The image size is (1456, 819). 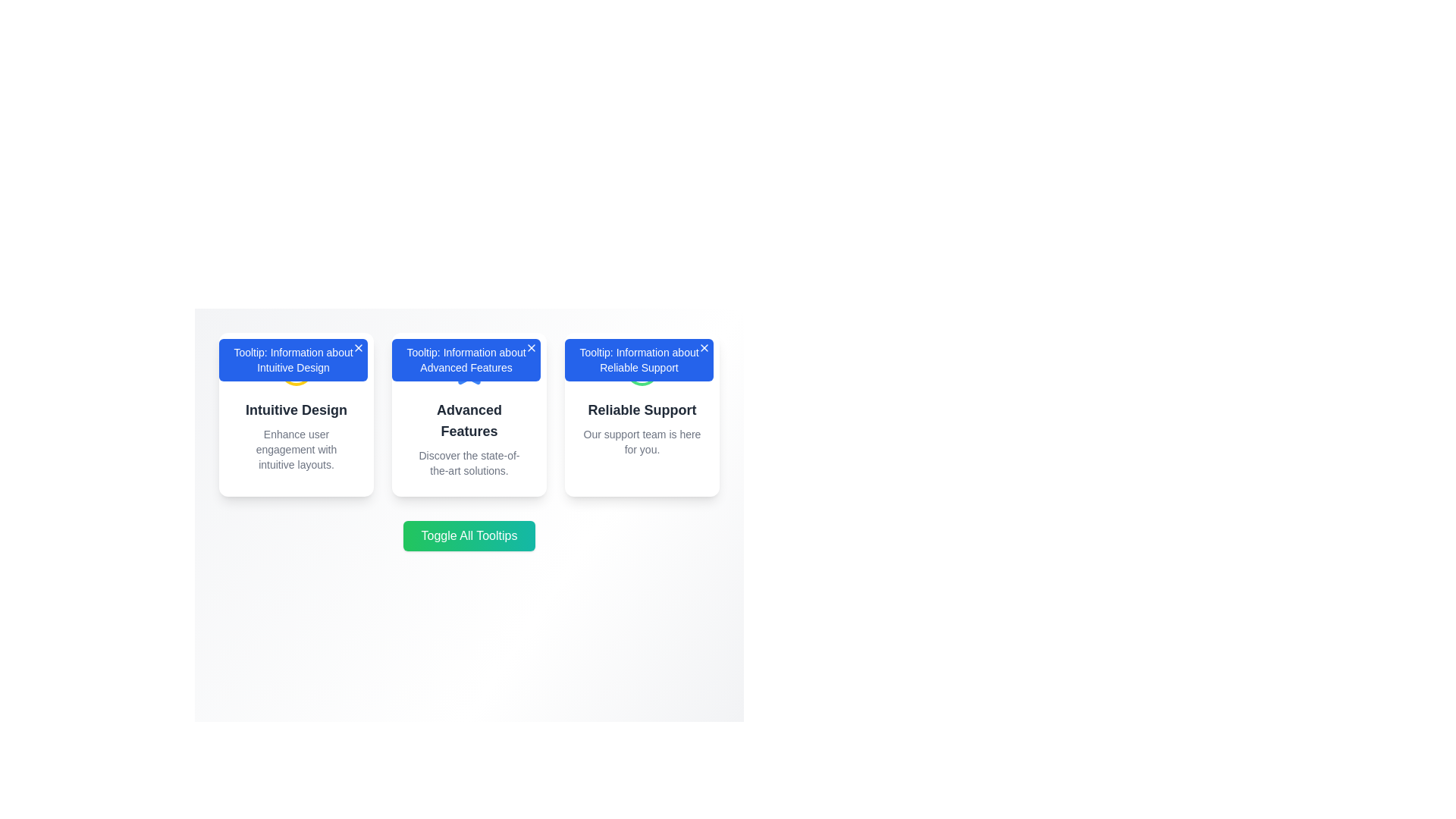 What do you see at coordinates (469, 462) in the screenshot?
I see `the text element that reads 'Discover the state-of-the-art solutions.' which is centered below the title 'Advanced Features' in the middle card of three horizontally displayed cards` at bounding box center [469, 462].